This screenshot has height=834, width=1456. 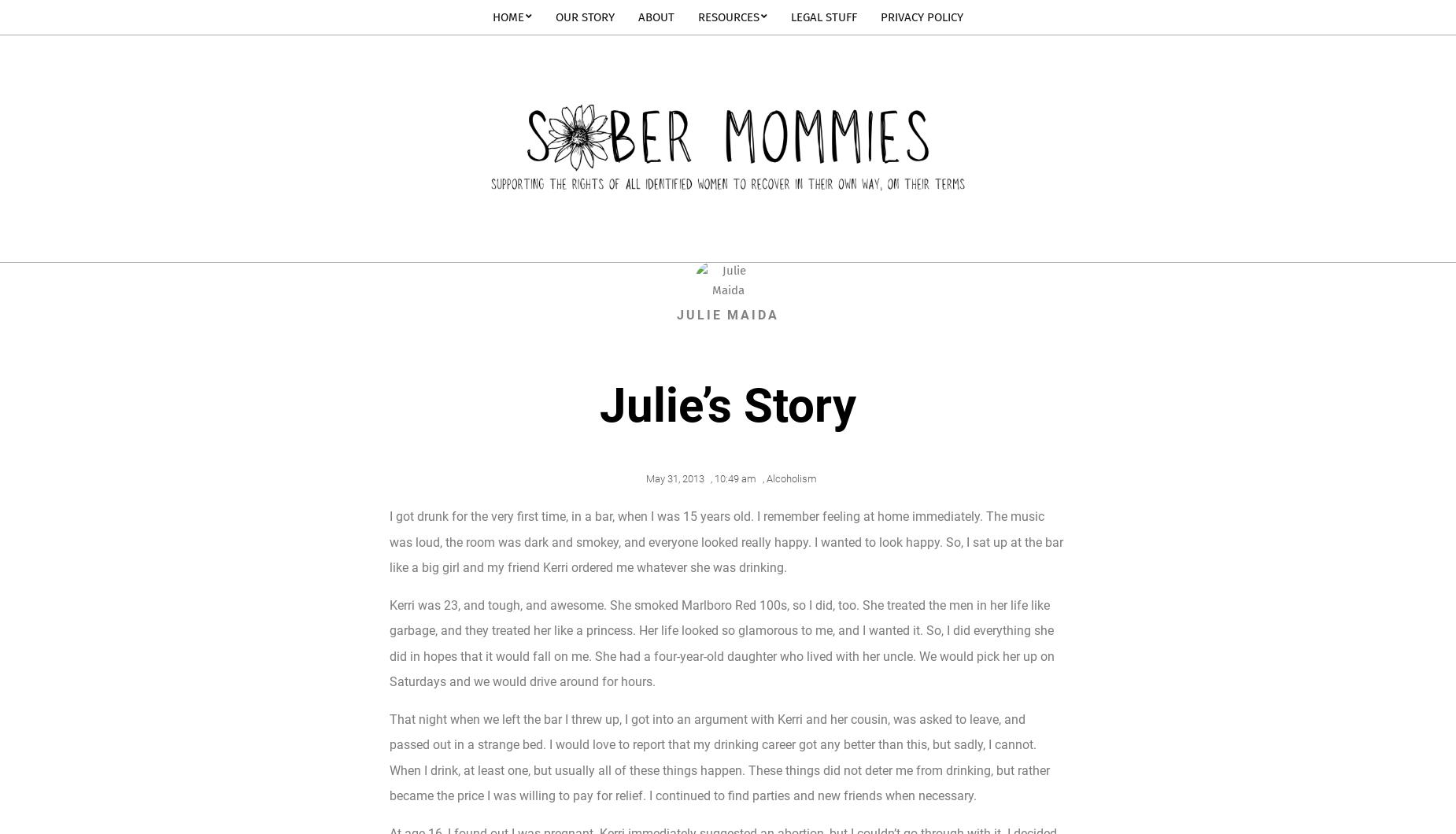 What do you see at coordinates (656, 17) in the screenshot?
I see `'ABOUT'` at bounding box center [656, 17].